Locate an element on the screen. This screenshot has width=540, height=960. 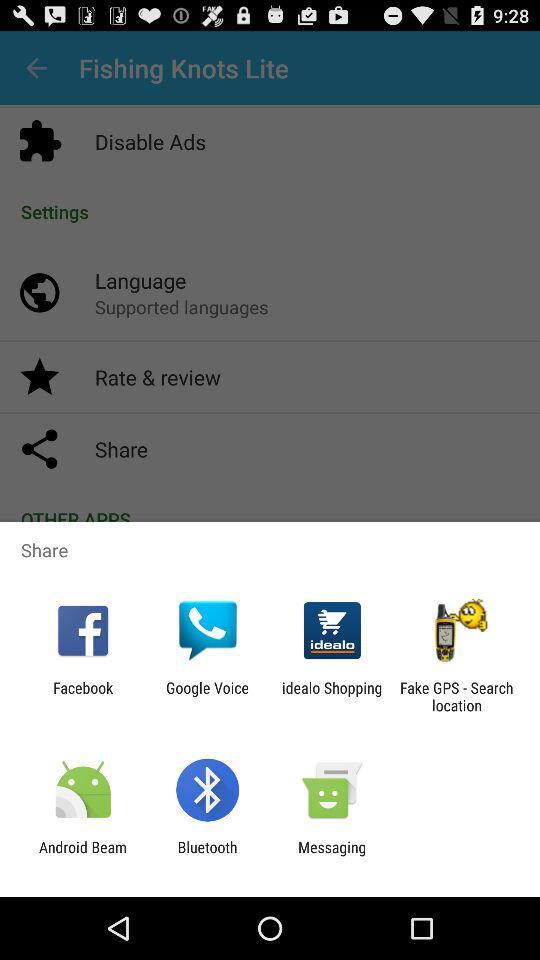
item next to the google voice item is located at coordinates (332, 696).